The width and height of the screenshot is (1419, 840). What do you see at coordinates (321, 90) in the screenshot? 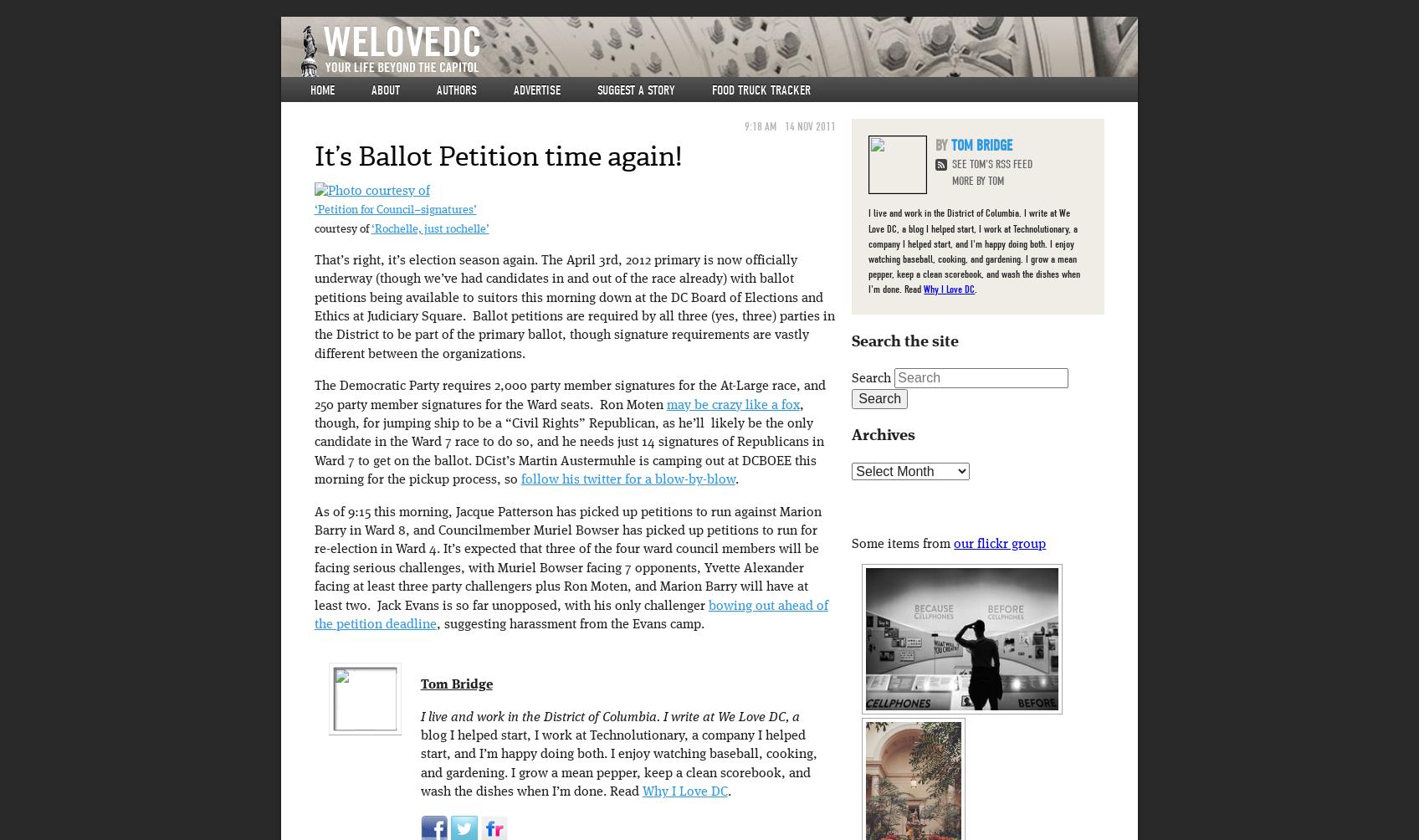
I see `'Home'` at bounding box center [321, 90].